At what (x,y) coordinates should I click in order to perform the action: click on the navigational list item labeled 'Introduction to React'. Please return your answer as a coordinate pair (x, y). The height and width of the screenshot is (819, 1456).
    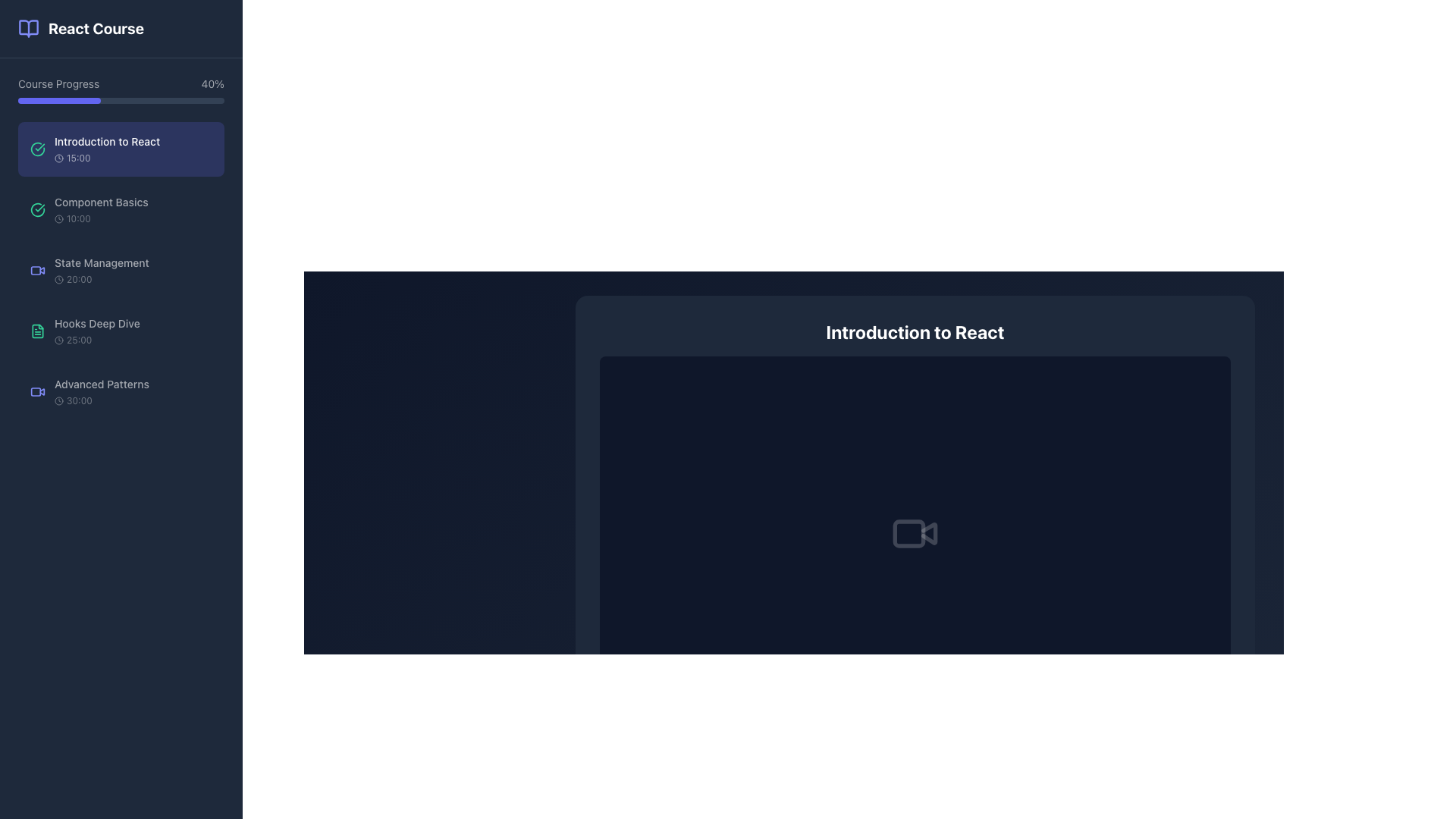
    Looking at the image, I should click on (133, 149).